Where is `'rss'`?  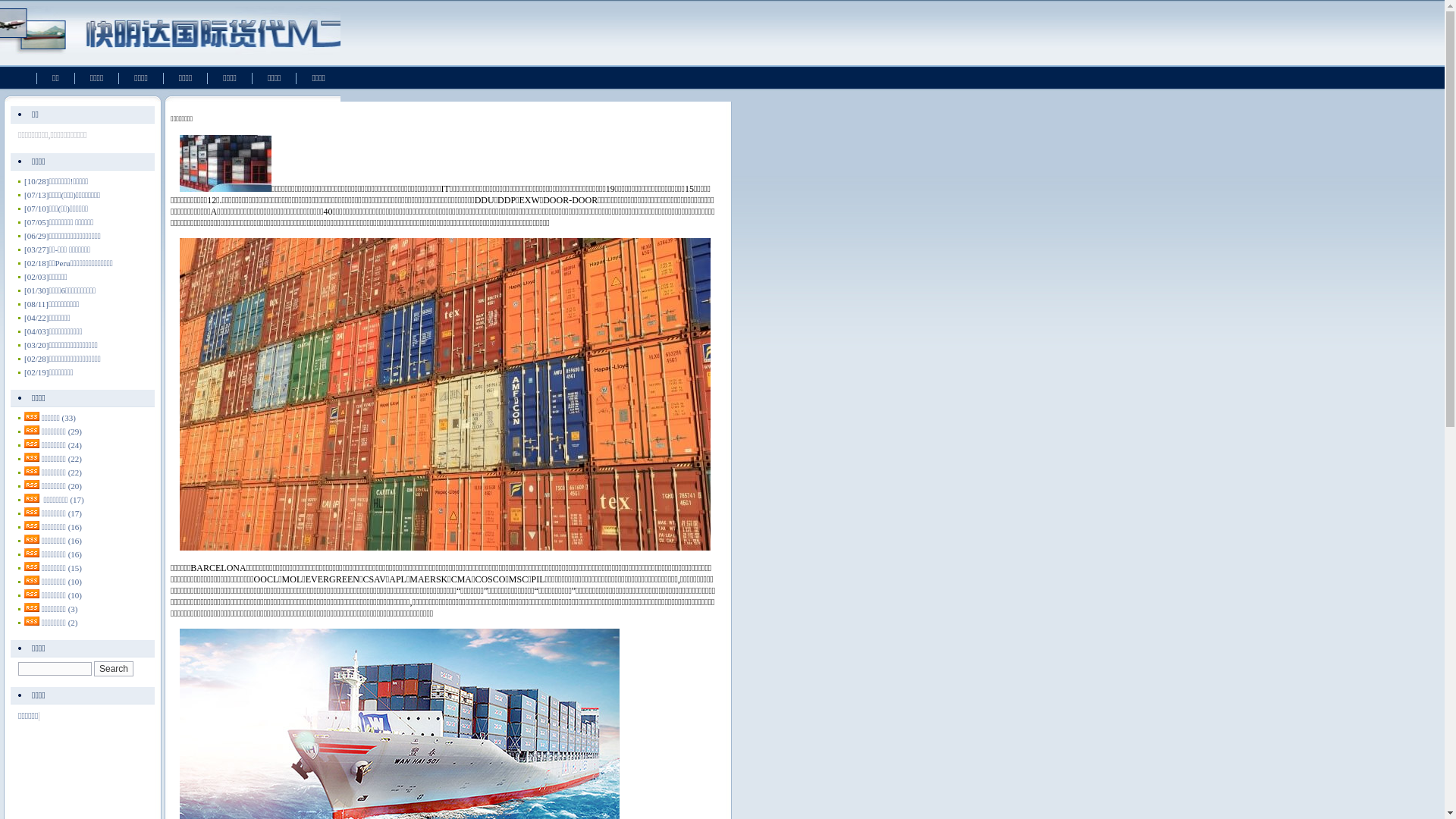 'rss' is located at coordinates (32, 607).